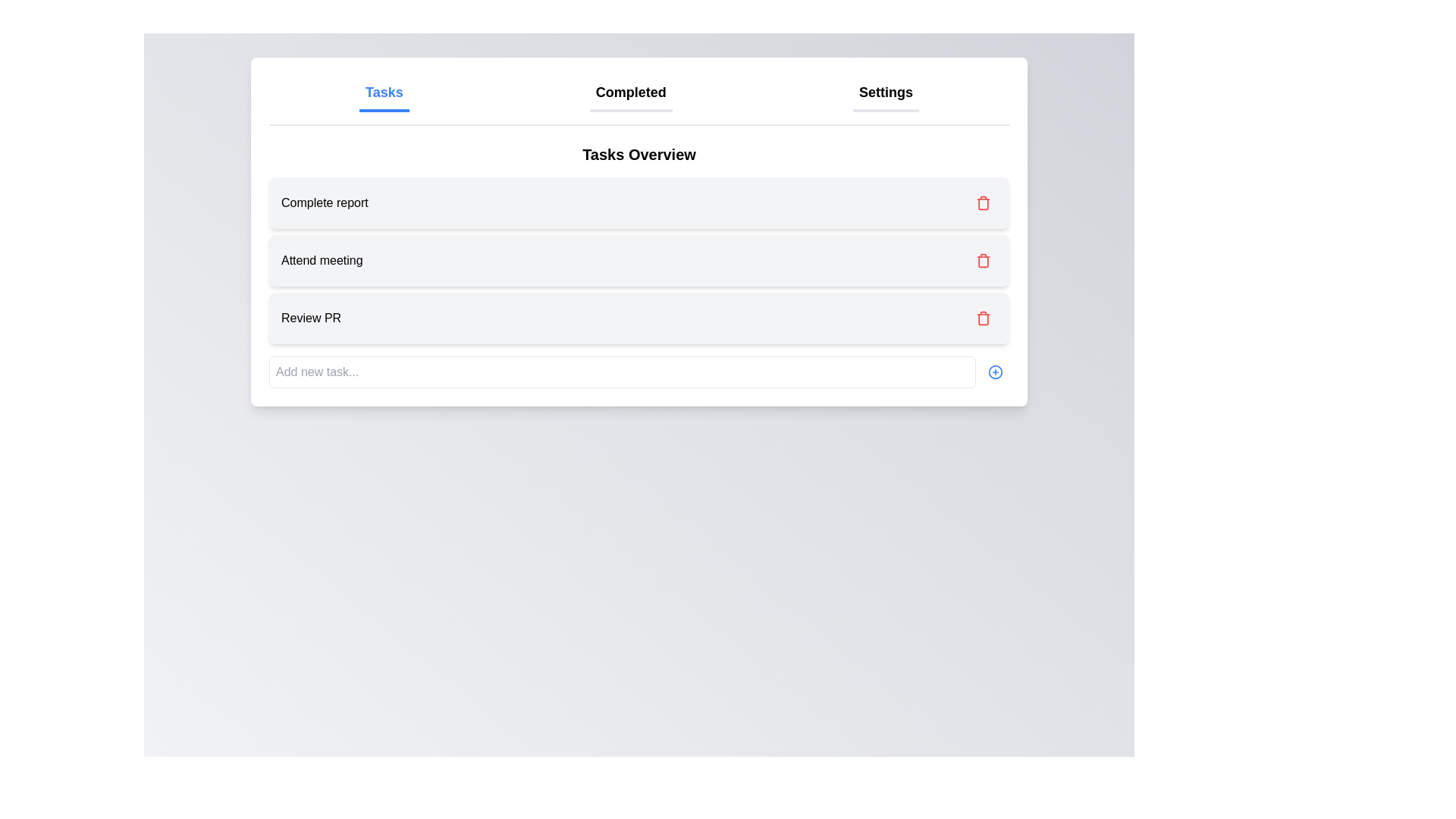 The image size is (1456, 819). I want to click on the trash bin icon, which visually represents the delete action associated with the 'Attend meeting' list item, so click(983, 260).